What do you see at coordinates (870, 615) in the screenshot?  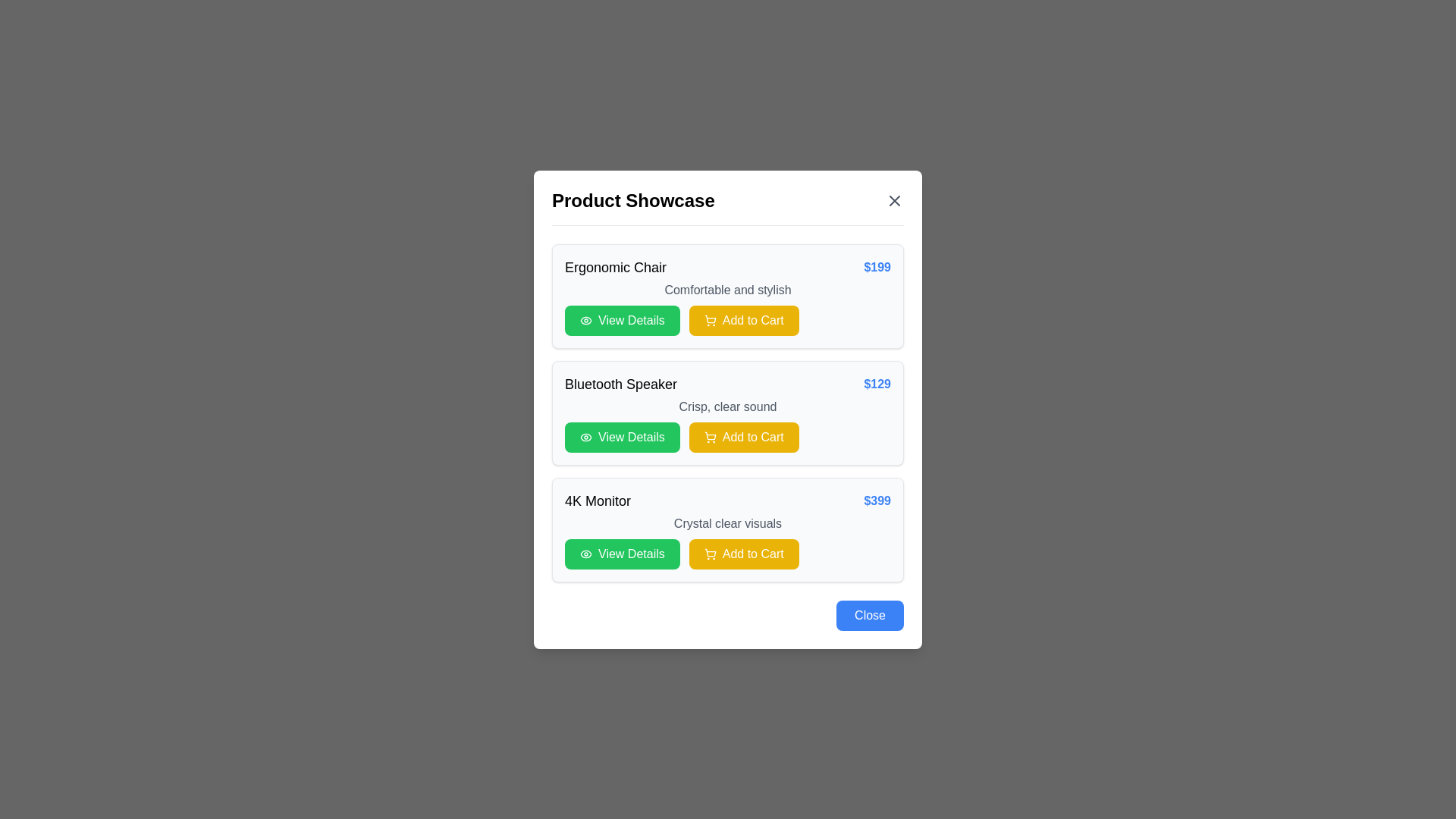 I see `the close button located in the bottom-right corner of the modal dialog` at bounding box center [870, 615].